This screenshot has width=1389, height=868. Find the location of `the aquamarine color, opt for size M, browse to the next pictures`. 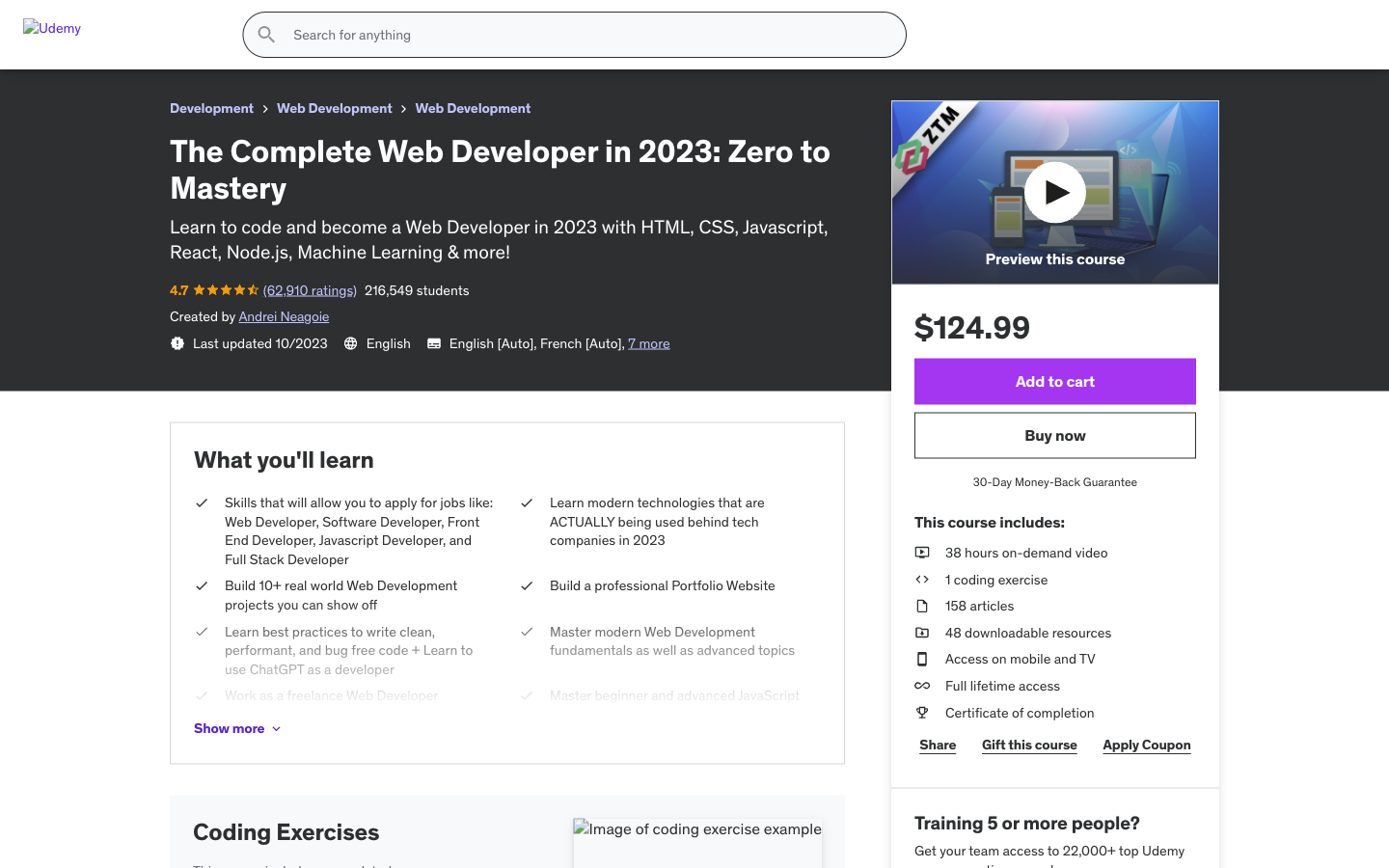

the aquamarine color, opt for size M, browse to the next pictures is located at coordinates (1001, 372).